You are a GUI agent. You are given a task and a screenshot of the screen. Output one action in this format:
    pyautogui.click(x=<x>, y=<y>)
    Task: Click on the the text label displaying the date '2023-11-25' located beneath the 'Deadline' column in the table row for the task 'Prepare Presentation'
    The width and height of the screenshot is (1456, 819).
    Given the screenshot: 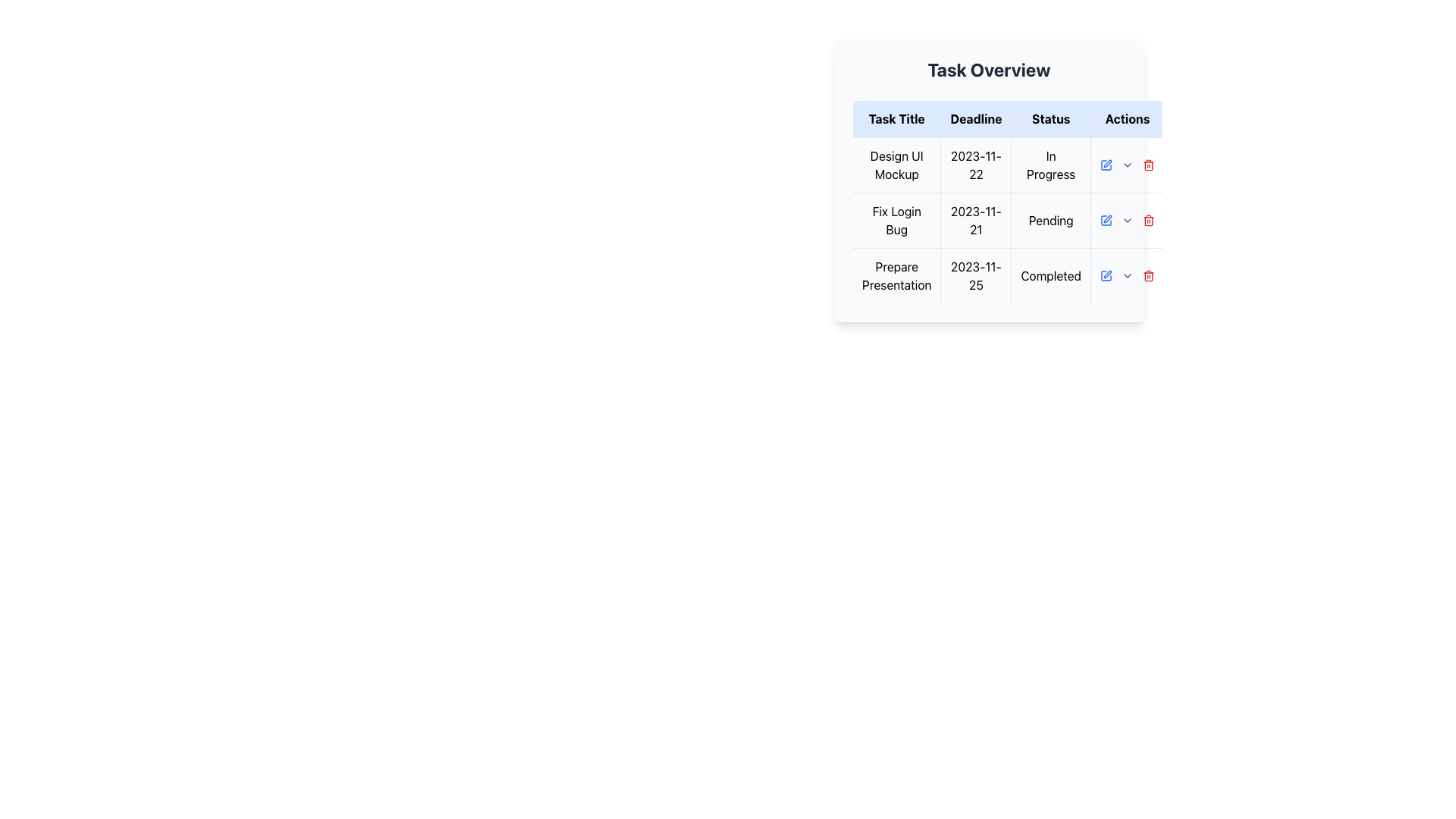 What is the action you would take?
    pyautogui.click(x=976, y=275)
    